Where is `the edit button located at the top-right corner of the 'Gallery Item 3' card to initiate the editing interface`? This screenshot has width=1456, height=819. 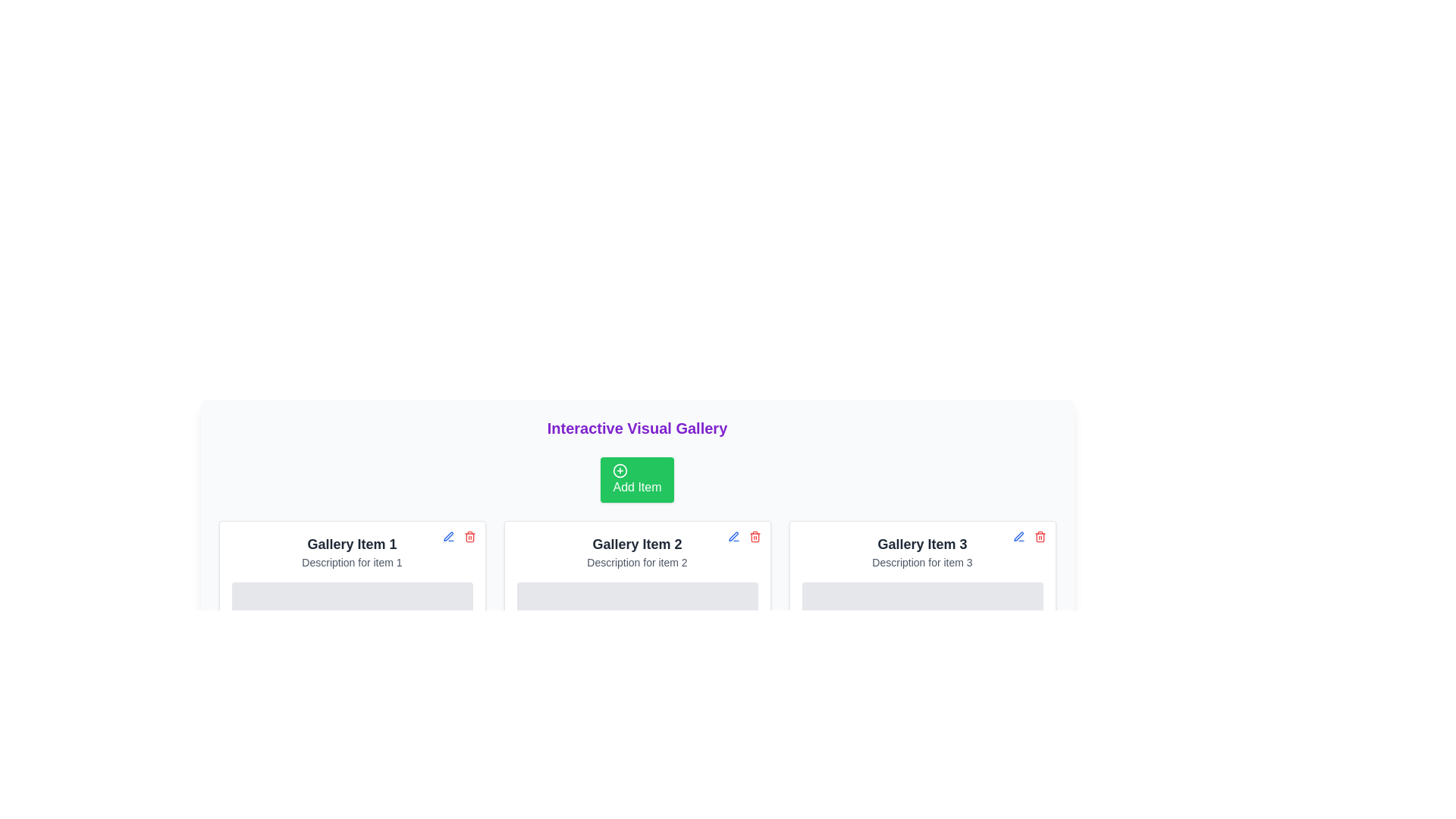 the edit button located at the top-right corner of the 'Gallery Item 3' card to initiate the editing interface is located at coordinates (1018, 536).